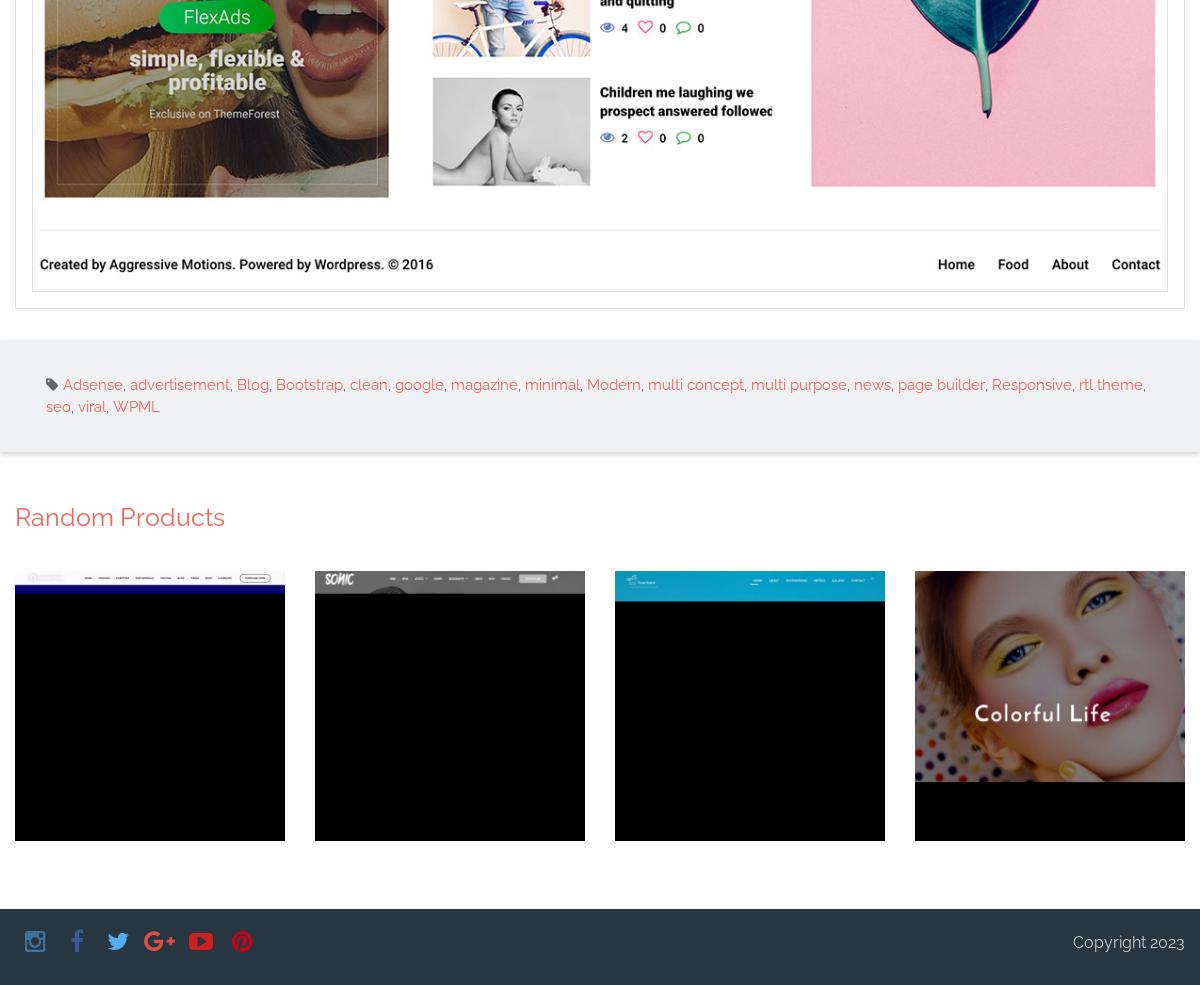 This screenshot has height=985, width=1200. What do you see at coordinates (749, 699) in the screenshot?
I see `'Composer'` at bounding box center [749, 699].